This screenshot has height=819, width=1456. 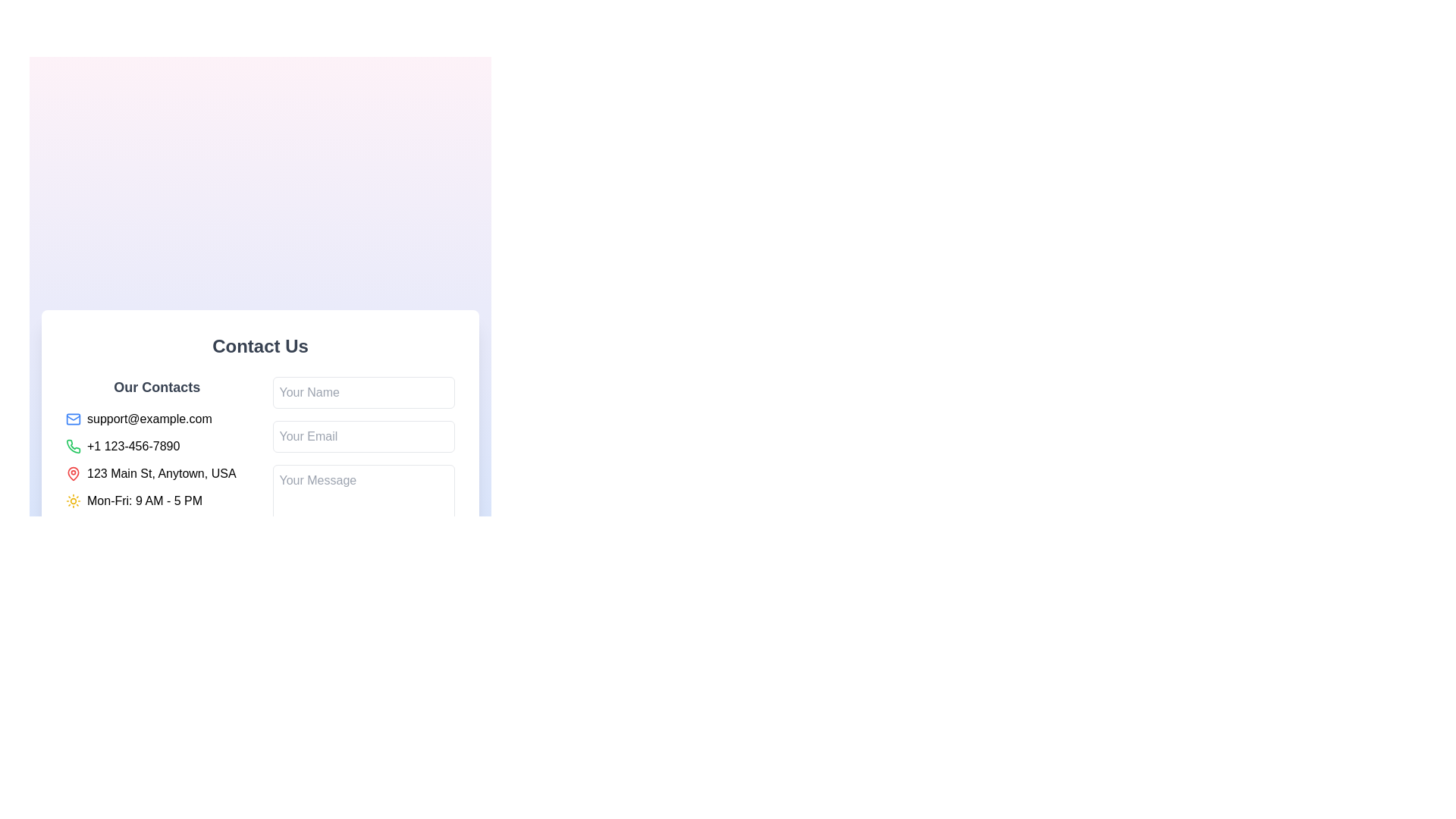 I want to click on the Text block displaying contact details in the 'Contact Us' section, so click(x=157, y=488).